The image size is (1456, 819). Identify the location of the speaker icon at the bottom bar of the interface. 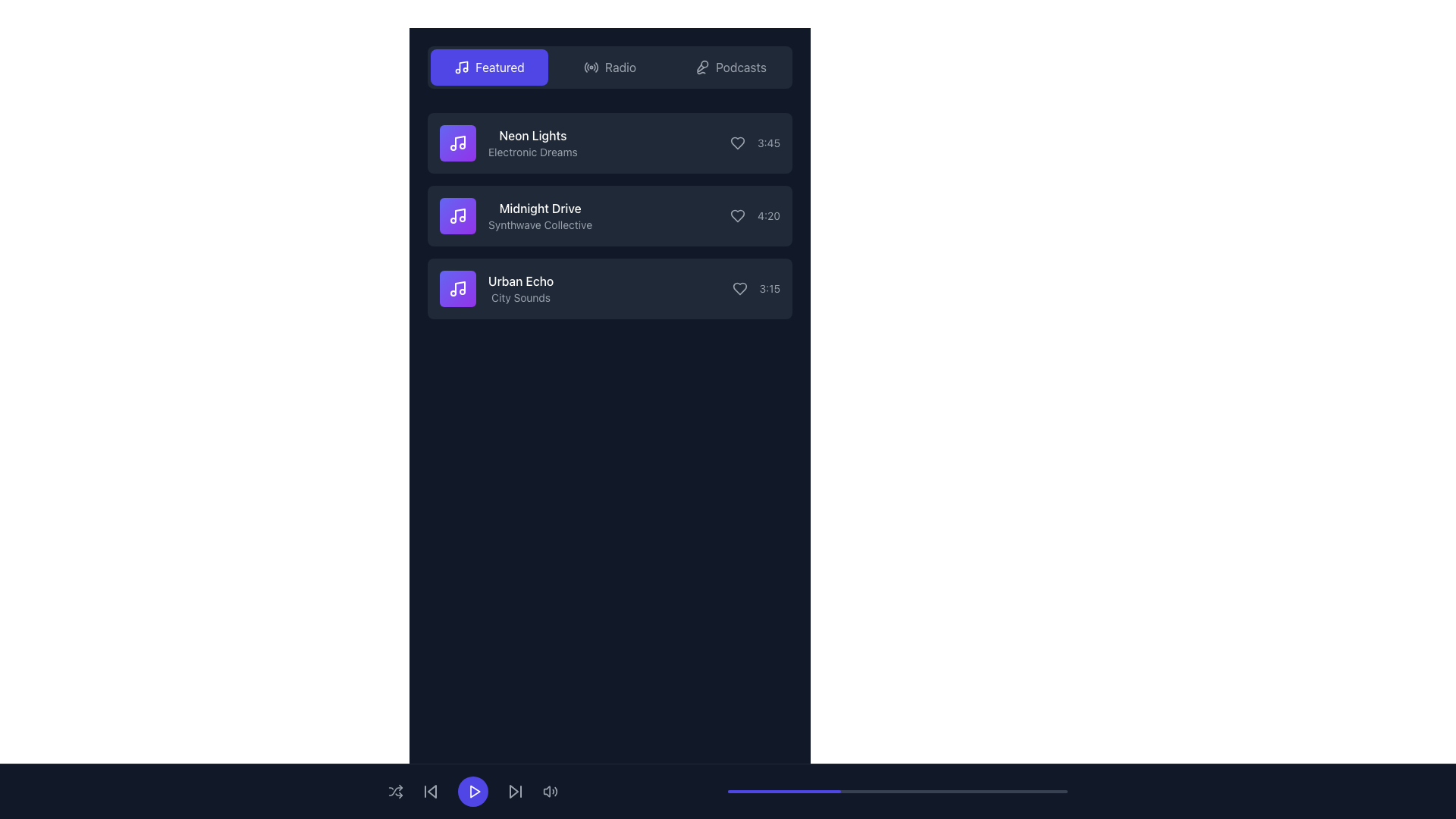
(546, 791).